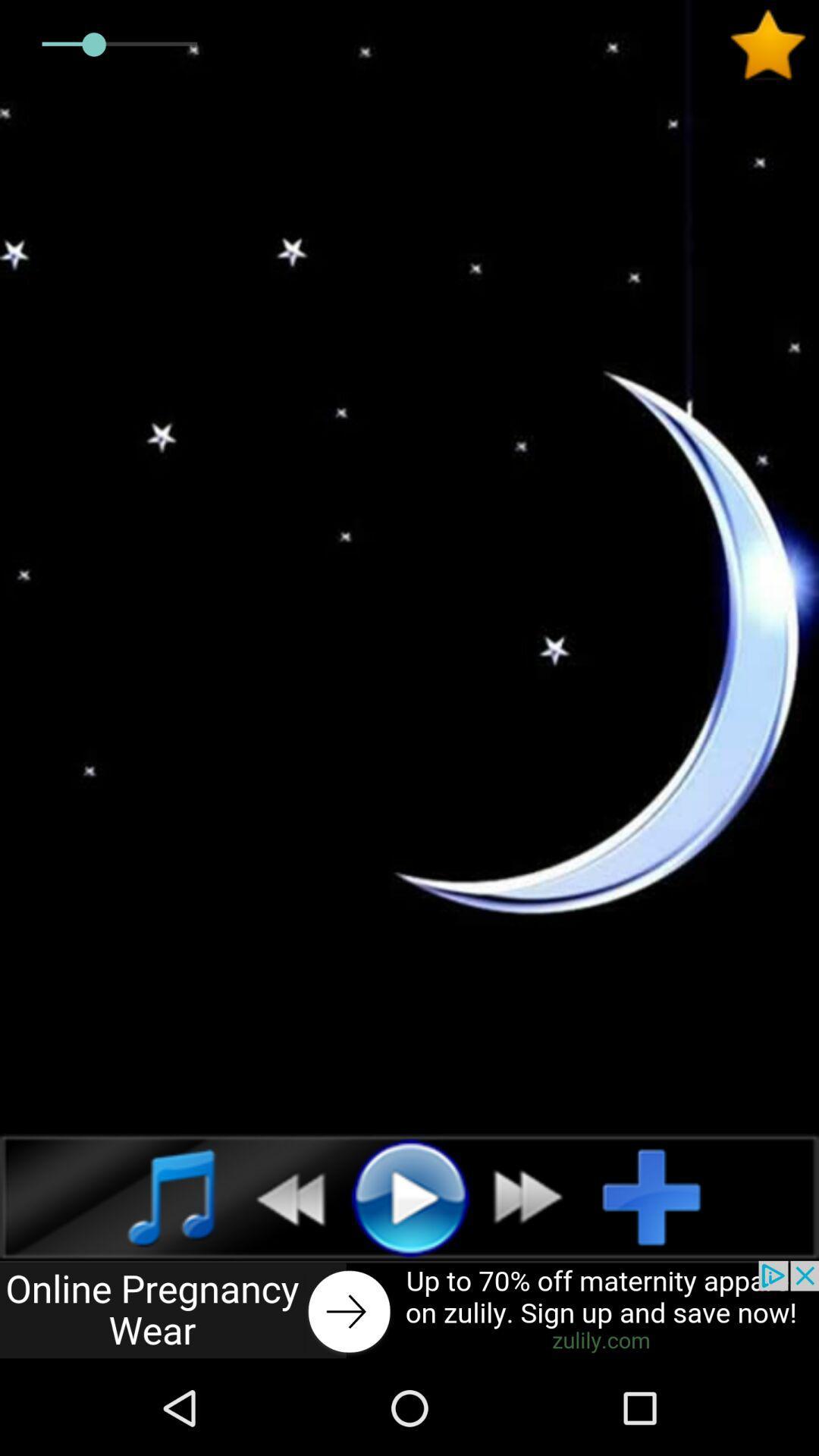  I want to click on the star icon, so click(773, 45).